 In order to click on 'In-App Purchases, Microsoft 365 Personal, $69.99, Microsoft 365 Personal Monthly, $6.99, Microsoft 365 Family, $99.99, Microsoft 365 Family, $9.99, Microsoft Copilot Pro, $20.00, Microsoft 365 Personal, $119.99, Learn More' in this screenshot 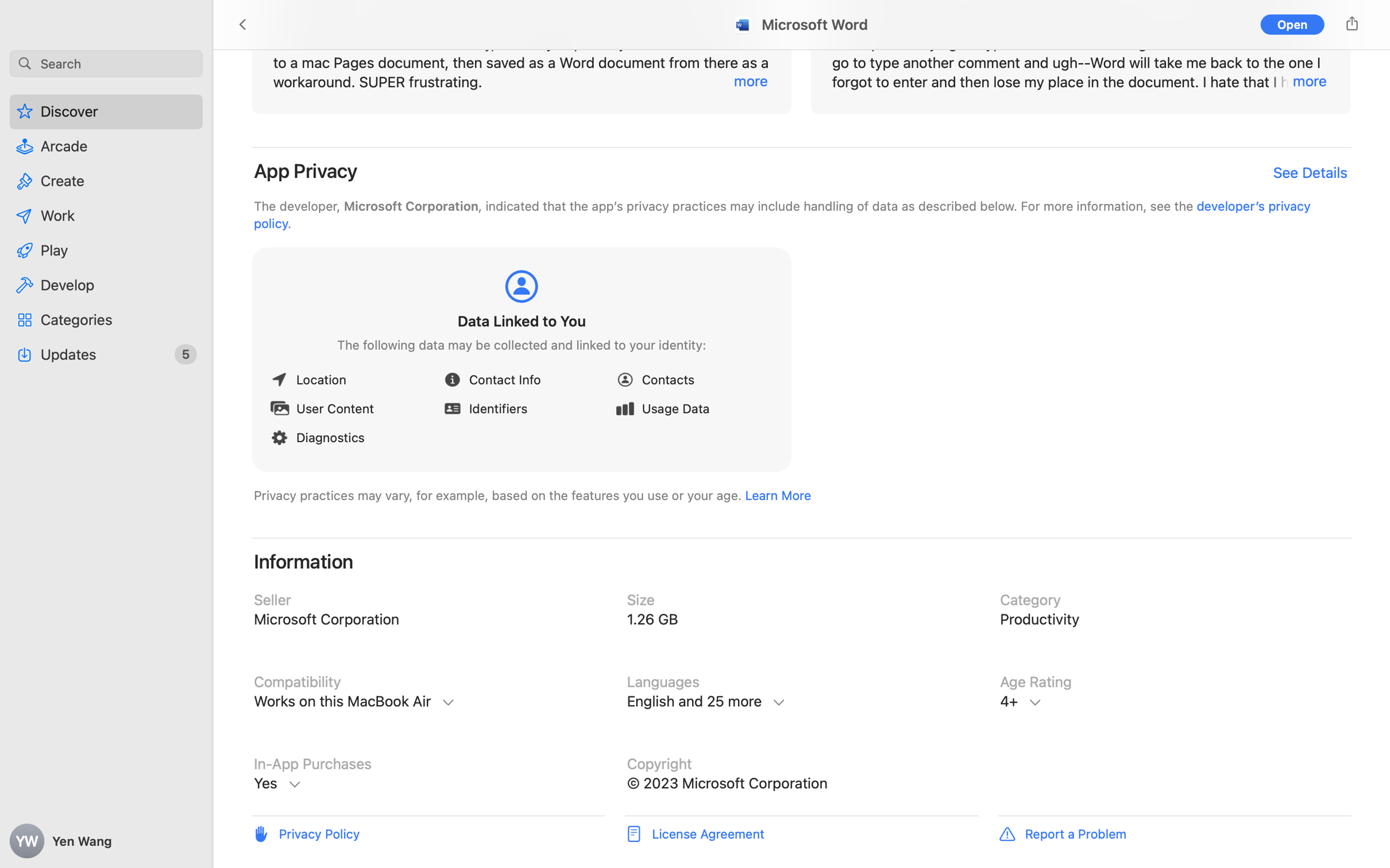, I will do `click(427, 783)`.